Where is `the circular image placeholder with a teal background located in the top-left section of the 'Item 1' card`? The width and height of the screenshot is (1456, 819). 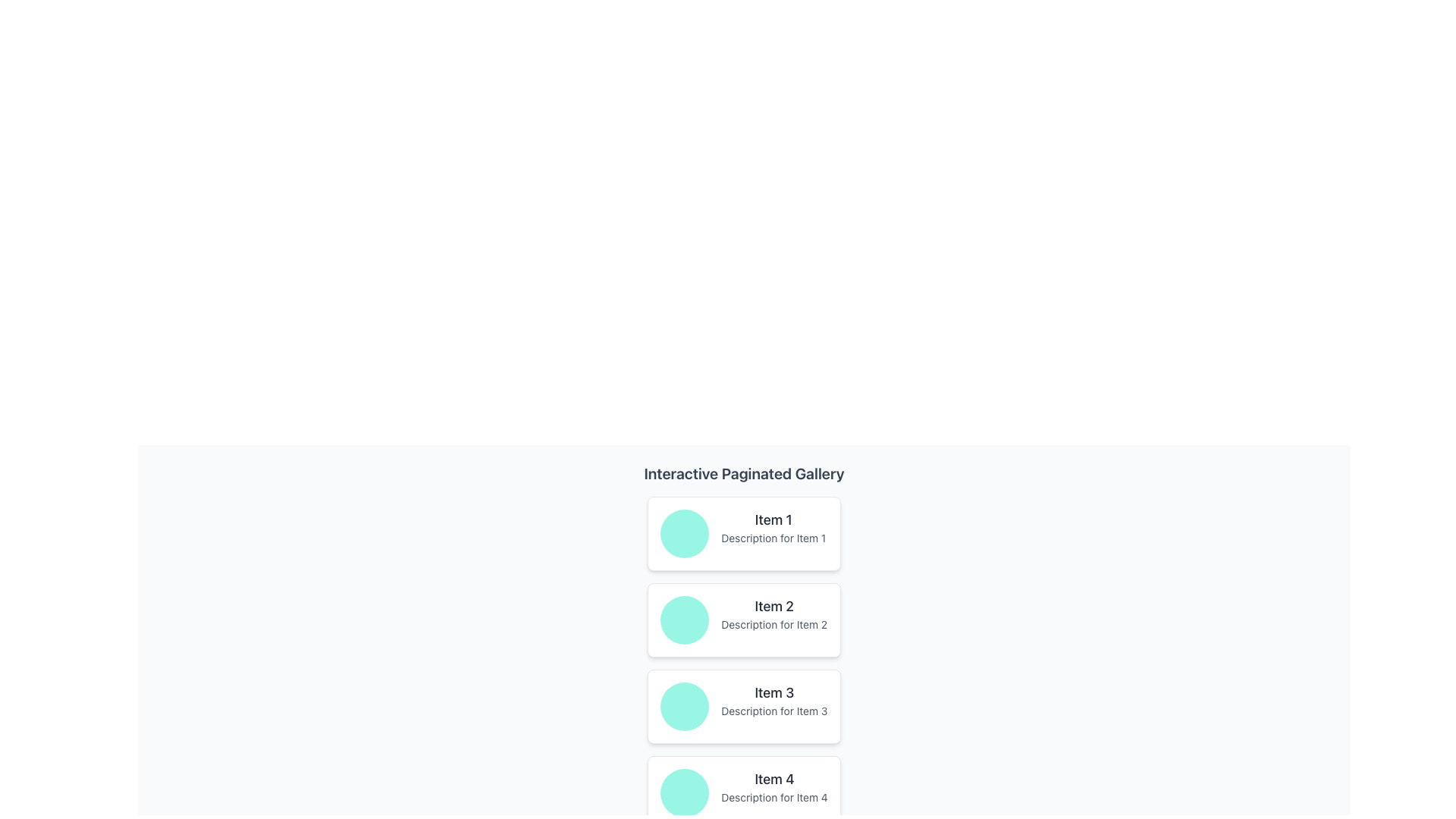
the circular image placeholder with a teal background located in the top-left section of the 'Item 1' card is located at coordinates (684, 533).